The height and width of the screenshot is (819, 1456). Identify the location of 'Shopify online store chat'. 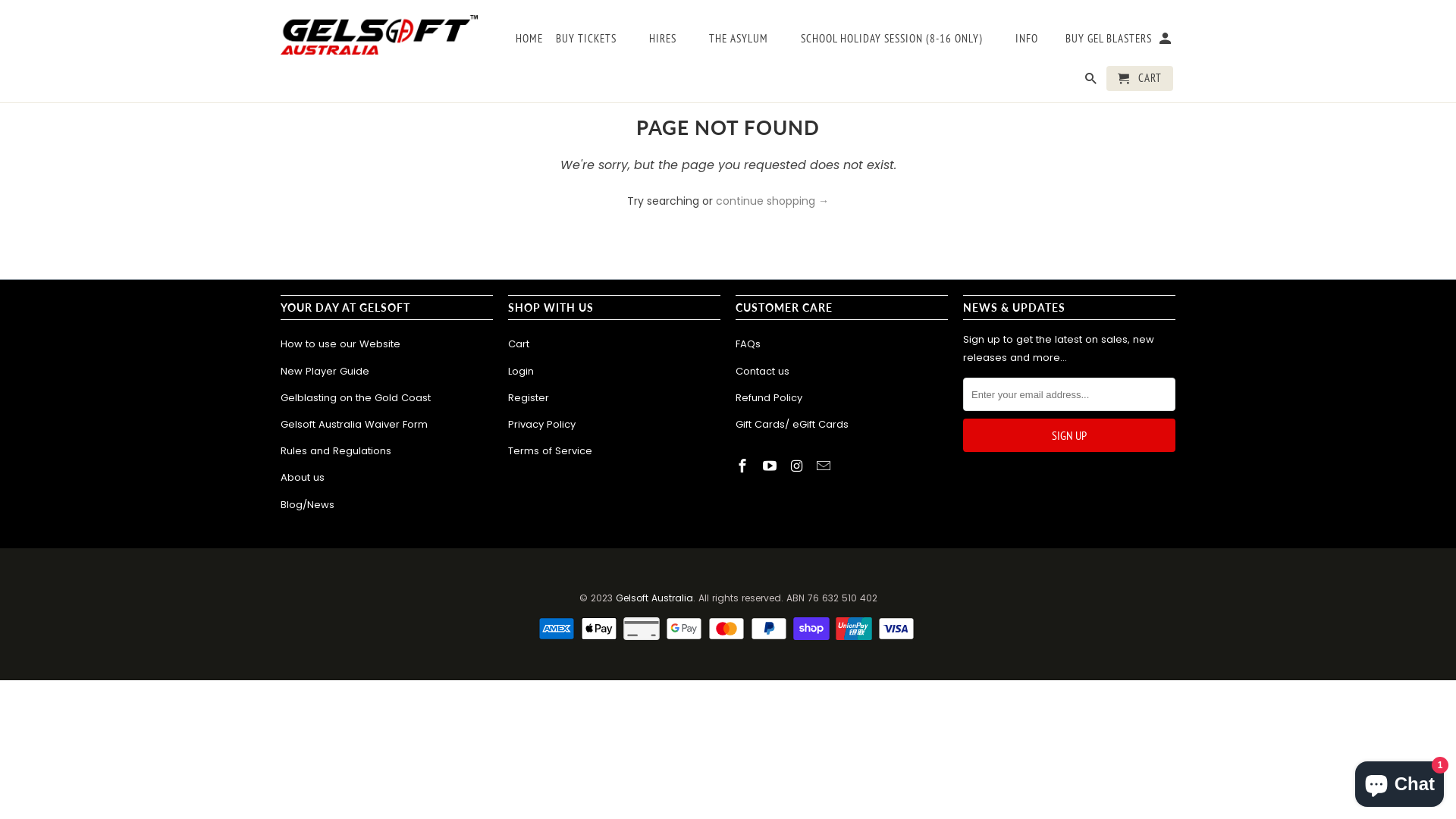
(1350, 780).